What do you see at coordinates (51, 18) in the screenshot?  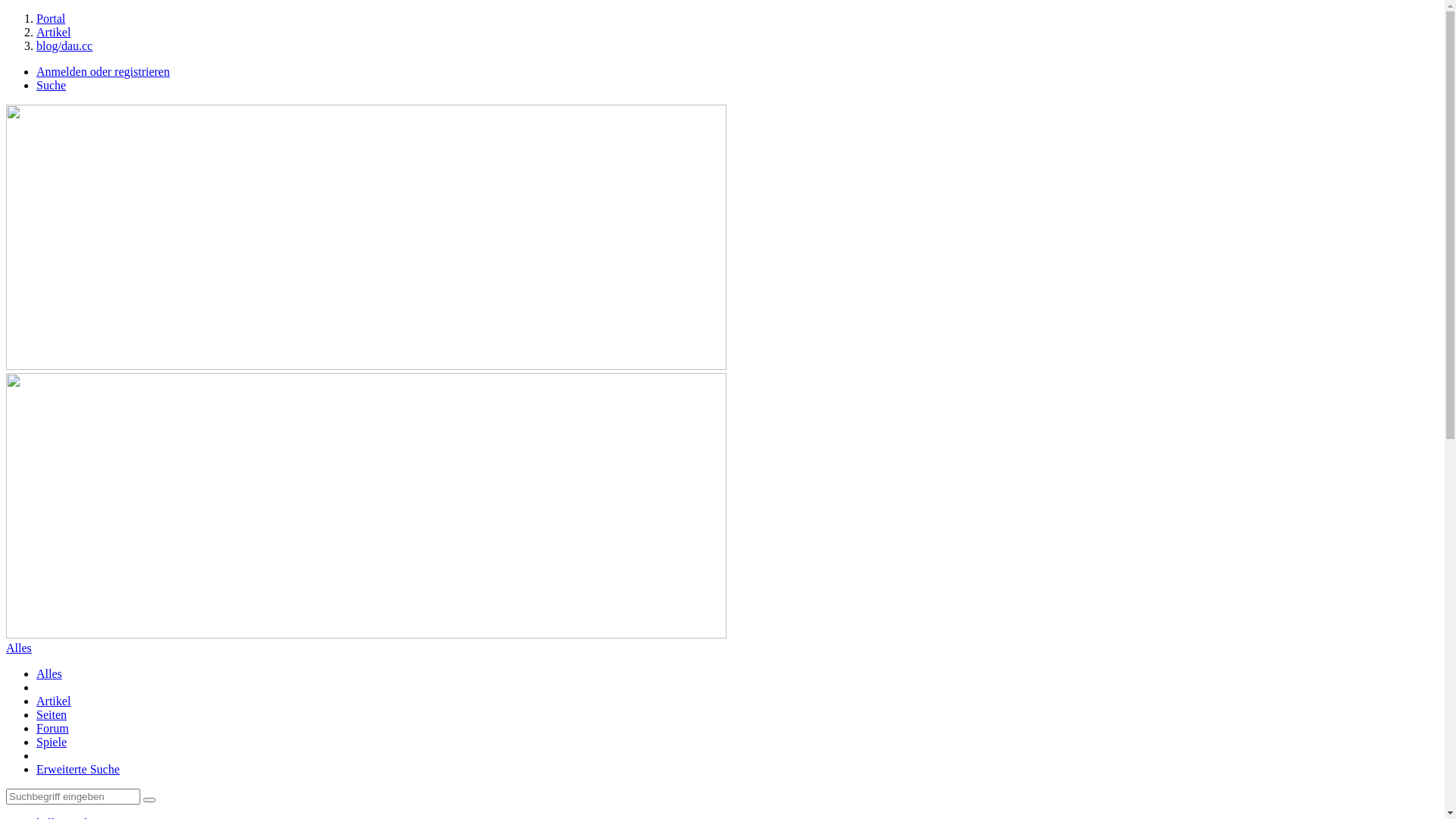 I see `'Portal'` at bounding box center [51, 18].